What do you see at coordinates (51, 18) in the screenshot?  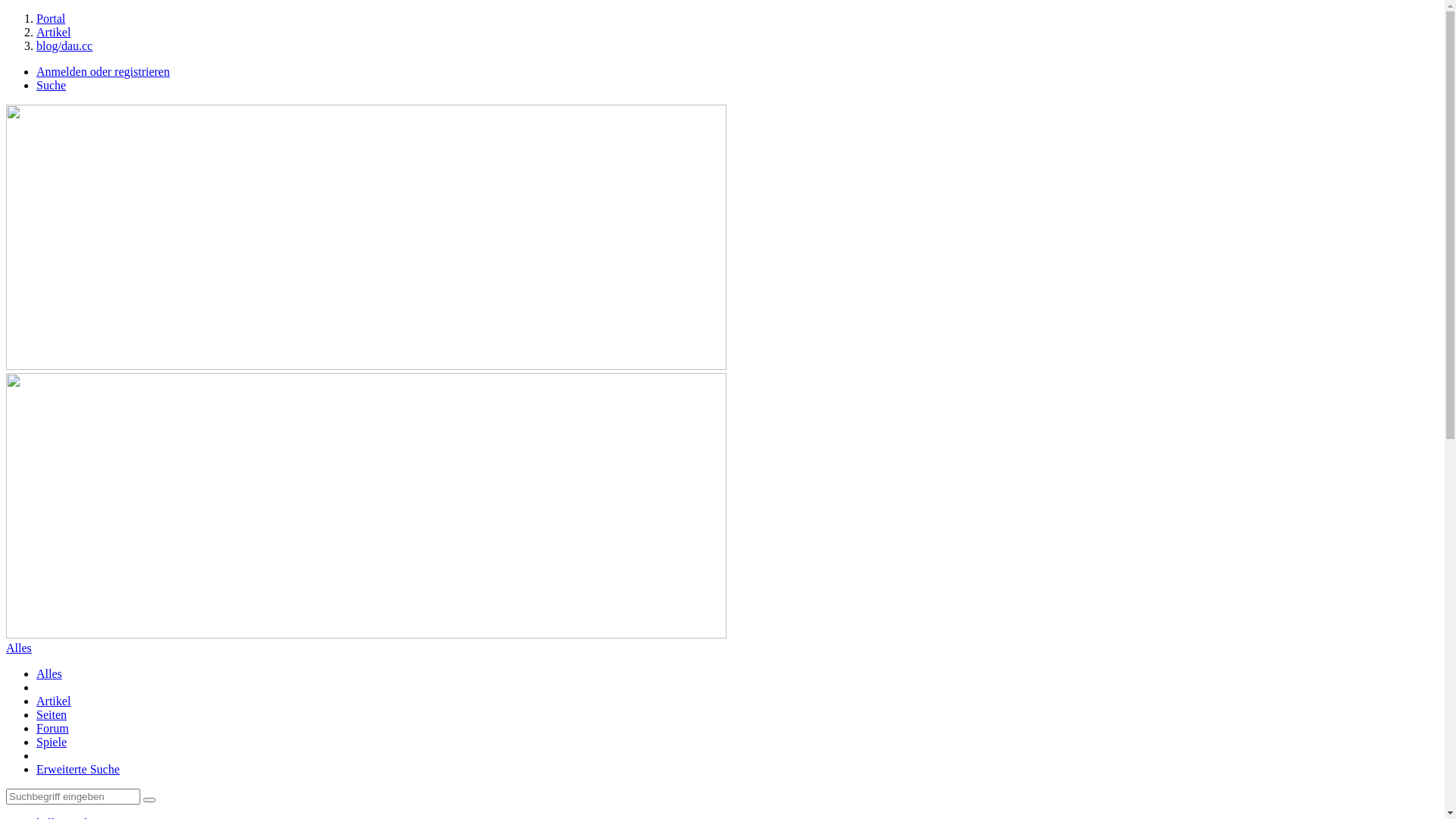 I see `'Portal'` at bounding box center [51, 18].